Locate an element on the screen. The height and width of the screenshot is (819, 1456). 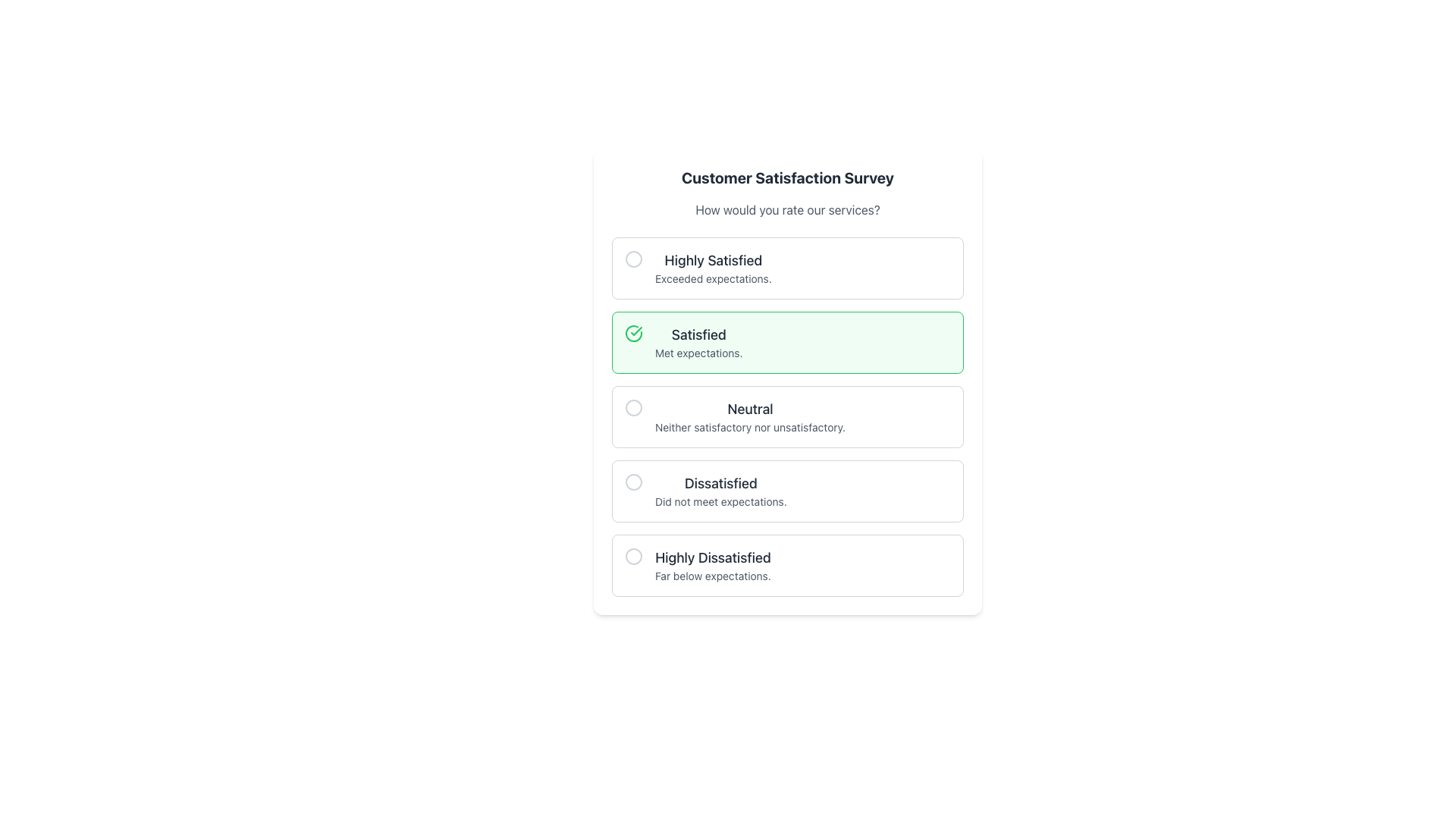
the text element displaying 'Dissatisfied' in bold and larger font, which is located below 'Neutral' and above 'Highly Dissatisfied' in the survey form is located at coordinates (720, 483).